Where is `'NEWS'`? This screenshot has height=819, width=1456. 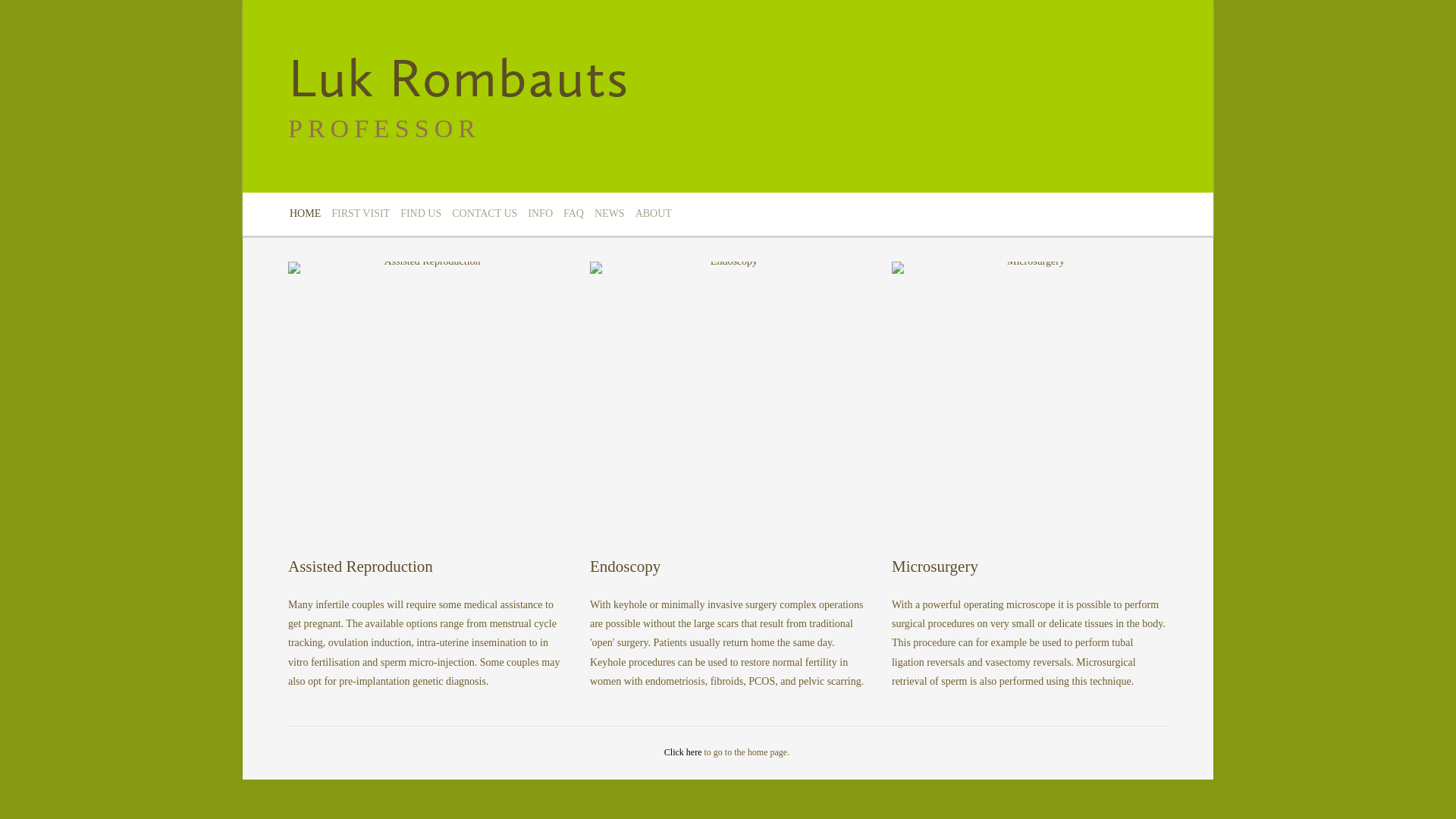 'NEWS' is located at coordinates (609, 214).